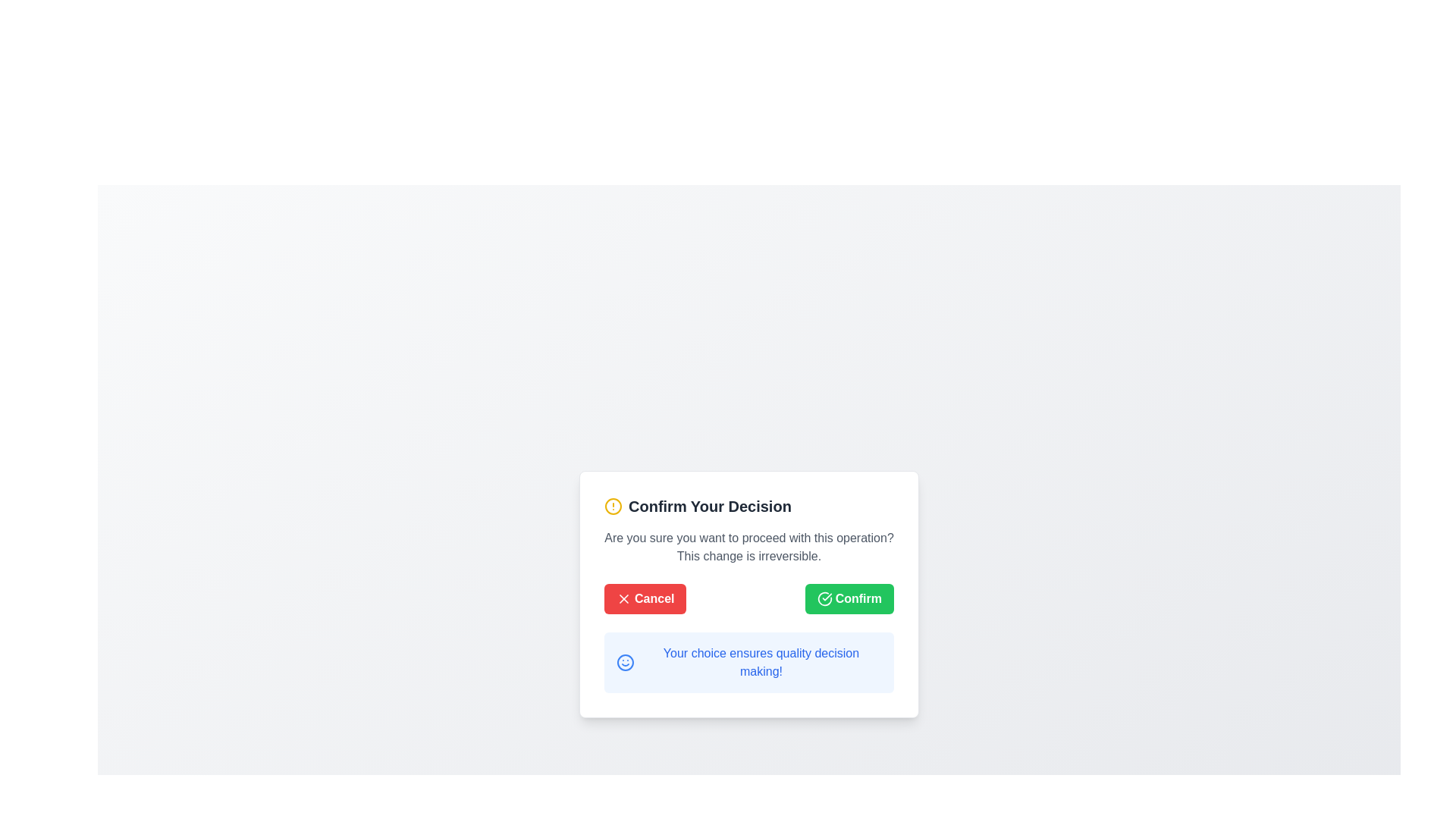  What do you see at coordinates (824, 598) in the screenshot?
I see `the checkmark icon located to the left of the 'Confirm' text within the green 'Confirm' button, which is positioned on the right side of the bottom section of the dialog box` at bounding box center [824, 598].